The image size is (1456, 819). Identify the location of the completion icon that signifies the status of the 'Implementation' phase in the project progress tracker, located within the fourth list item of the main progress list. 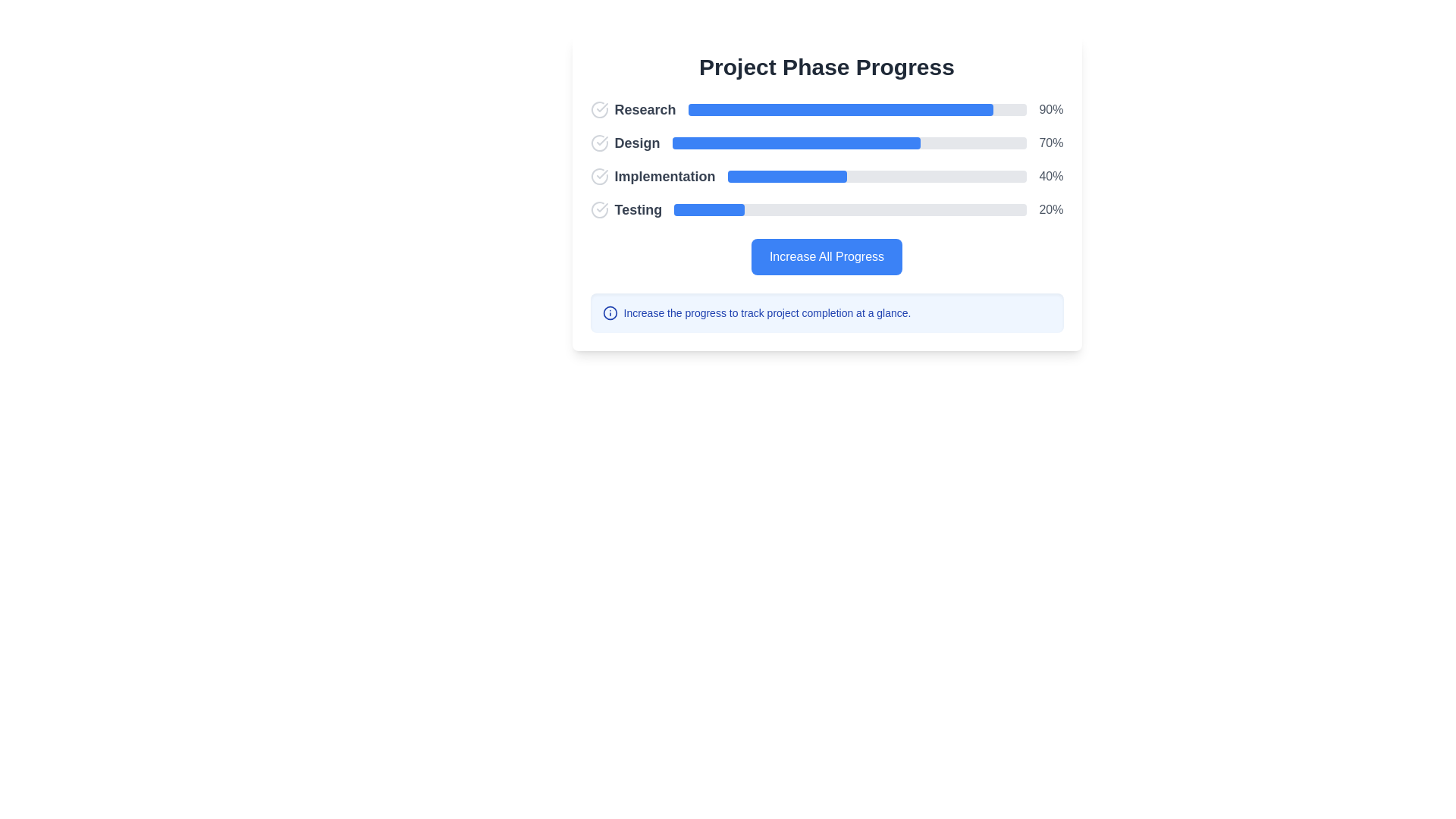
(601, 174).